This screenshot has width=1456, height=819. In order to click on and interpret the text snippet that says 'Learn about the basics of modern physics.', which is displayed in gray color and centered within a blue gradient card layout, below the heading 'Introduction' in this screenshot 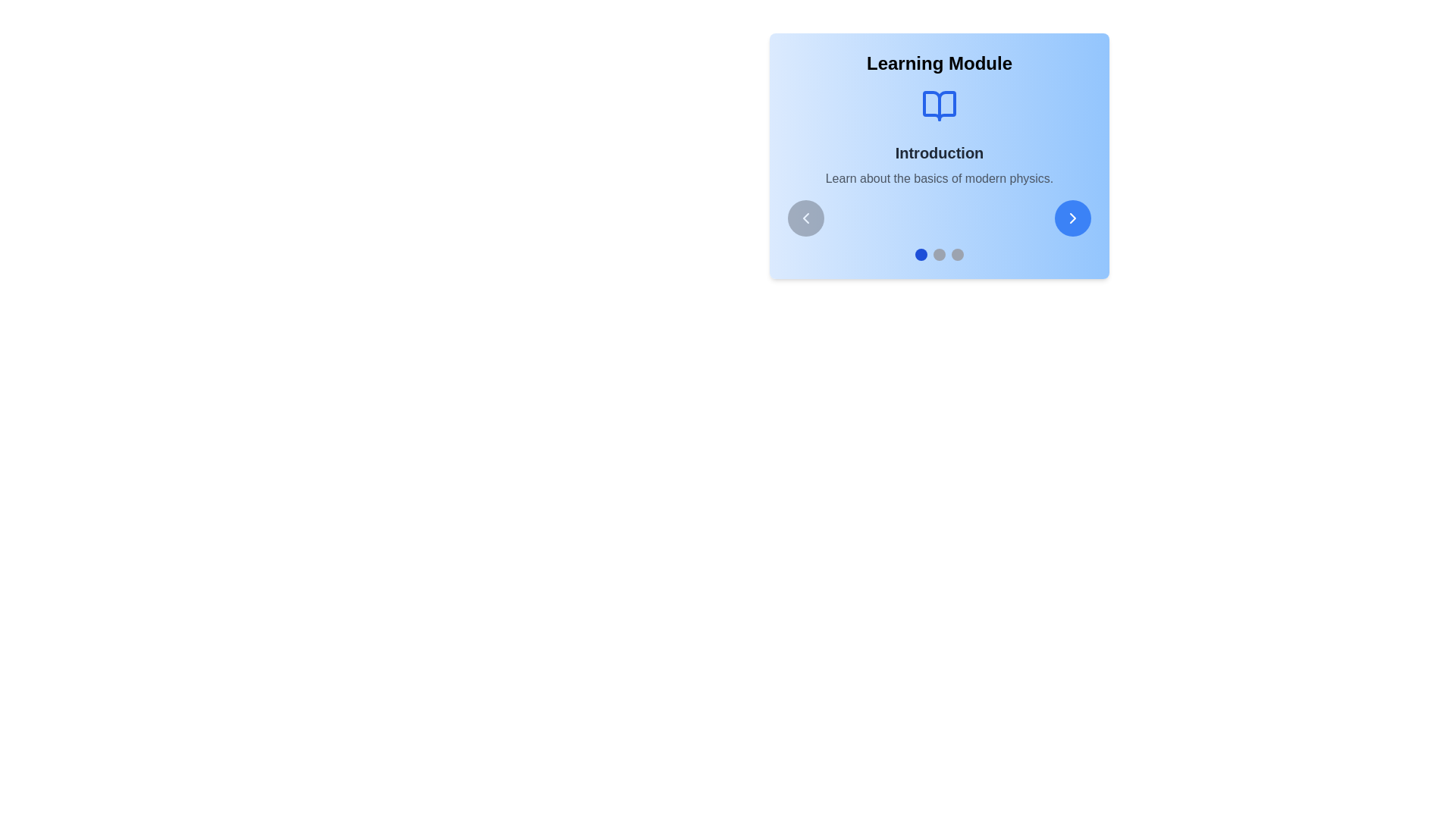, I will do `click(938, 177)`.